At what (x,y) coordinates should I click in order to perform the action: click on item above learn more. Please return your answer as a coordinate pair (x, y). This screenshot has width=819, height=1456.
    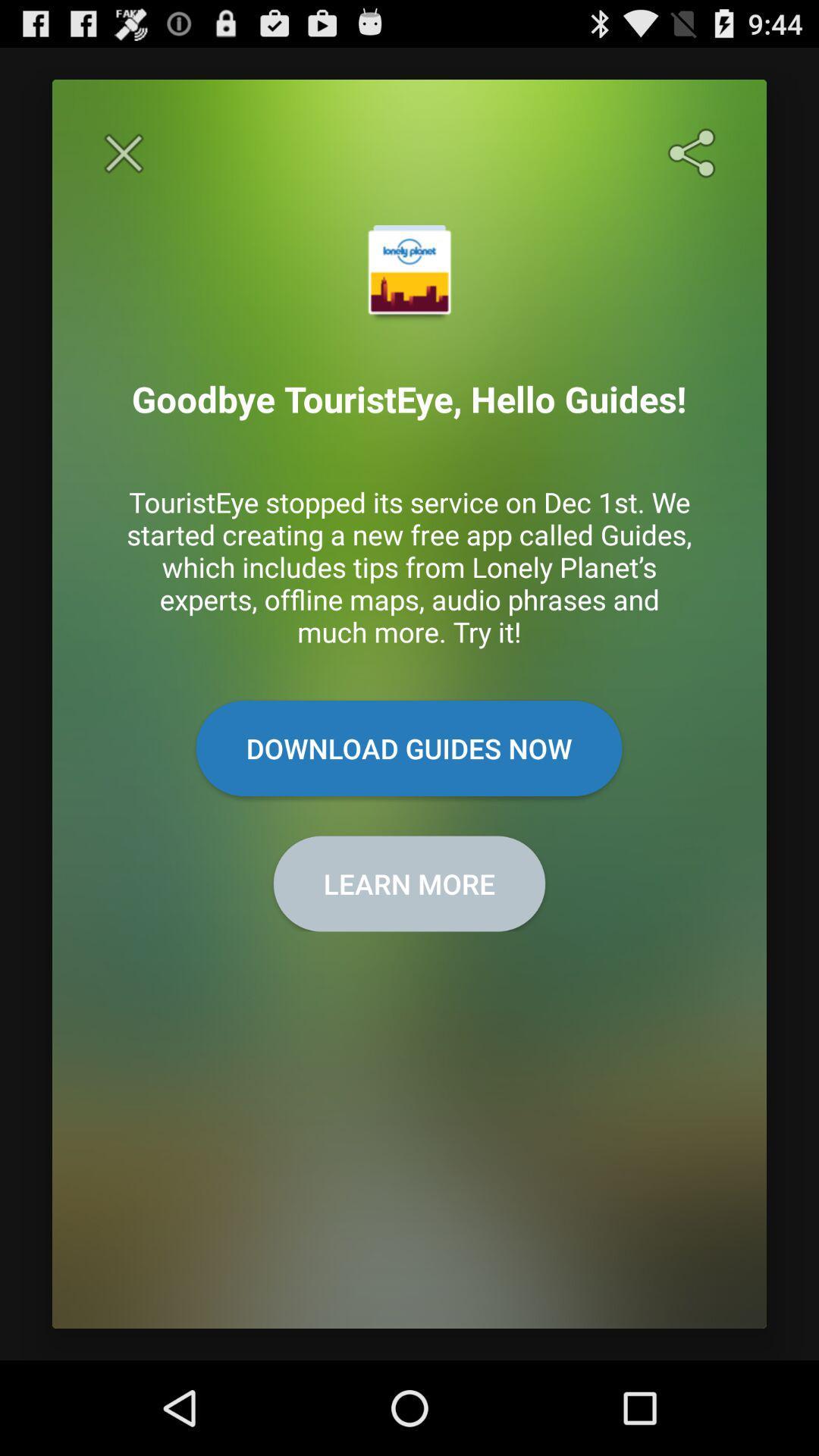
    Looking at the image, I should click on (408, 748).